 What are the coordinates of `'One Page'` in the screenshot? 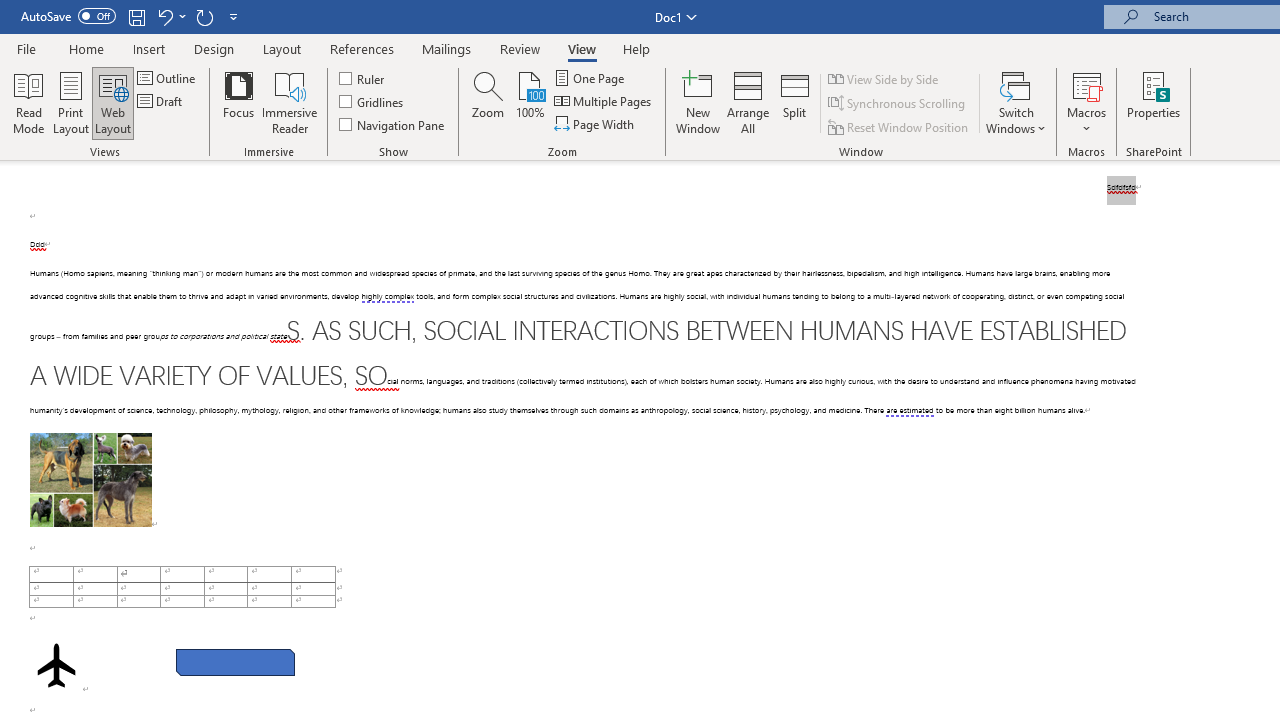 It's located at (589, 77).